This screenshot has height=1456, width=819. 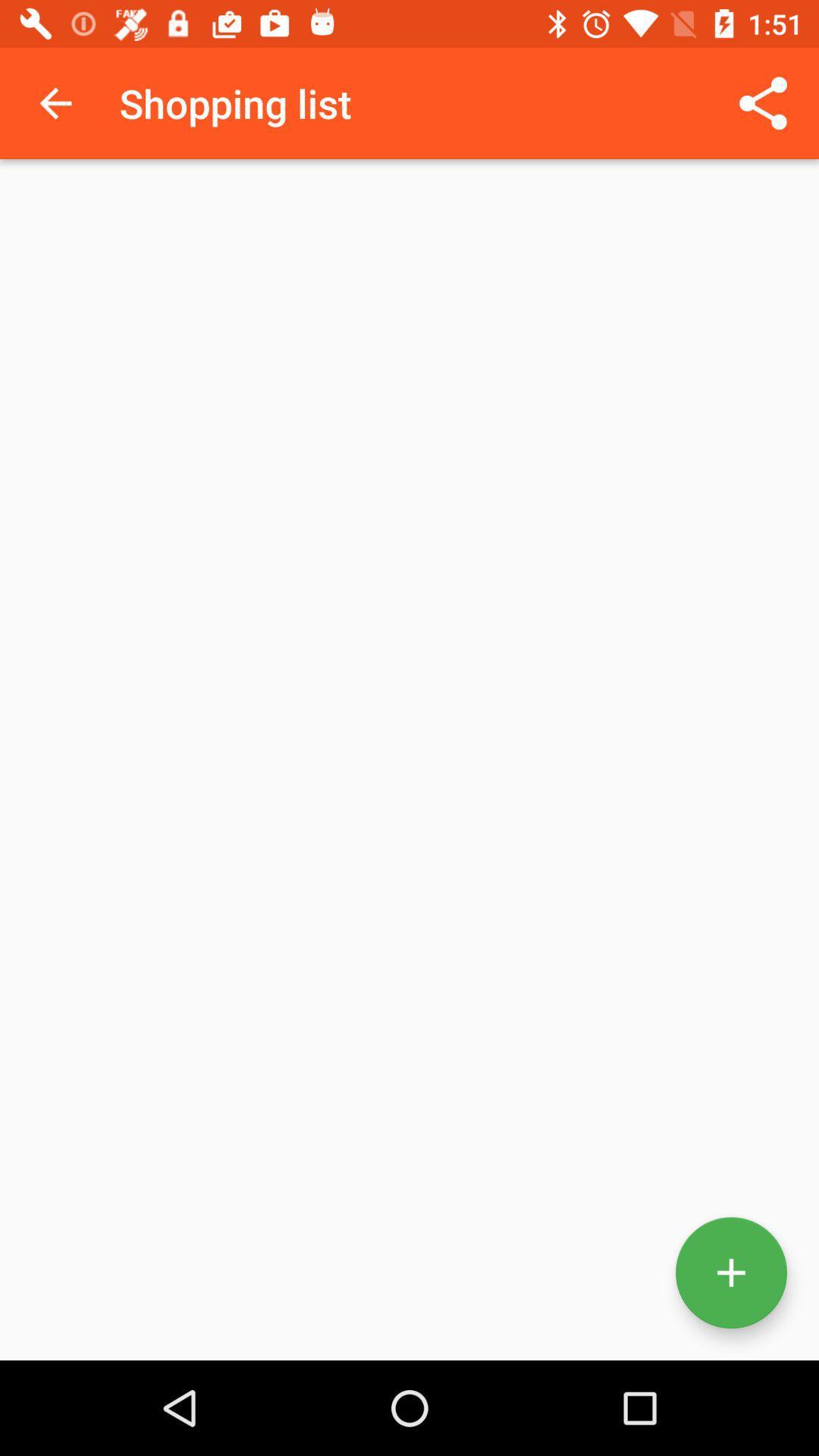 I want to click on the icon at the top right corner, so click(x=763, y=102).